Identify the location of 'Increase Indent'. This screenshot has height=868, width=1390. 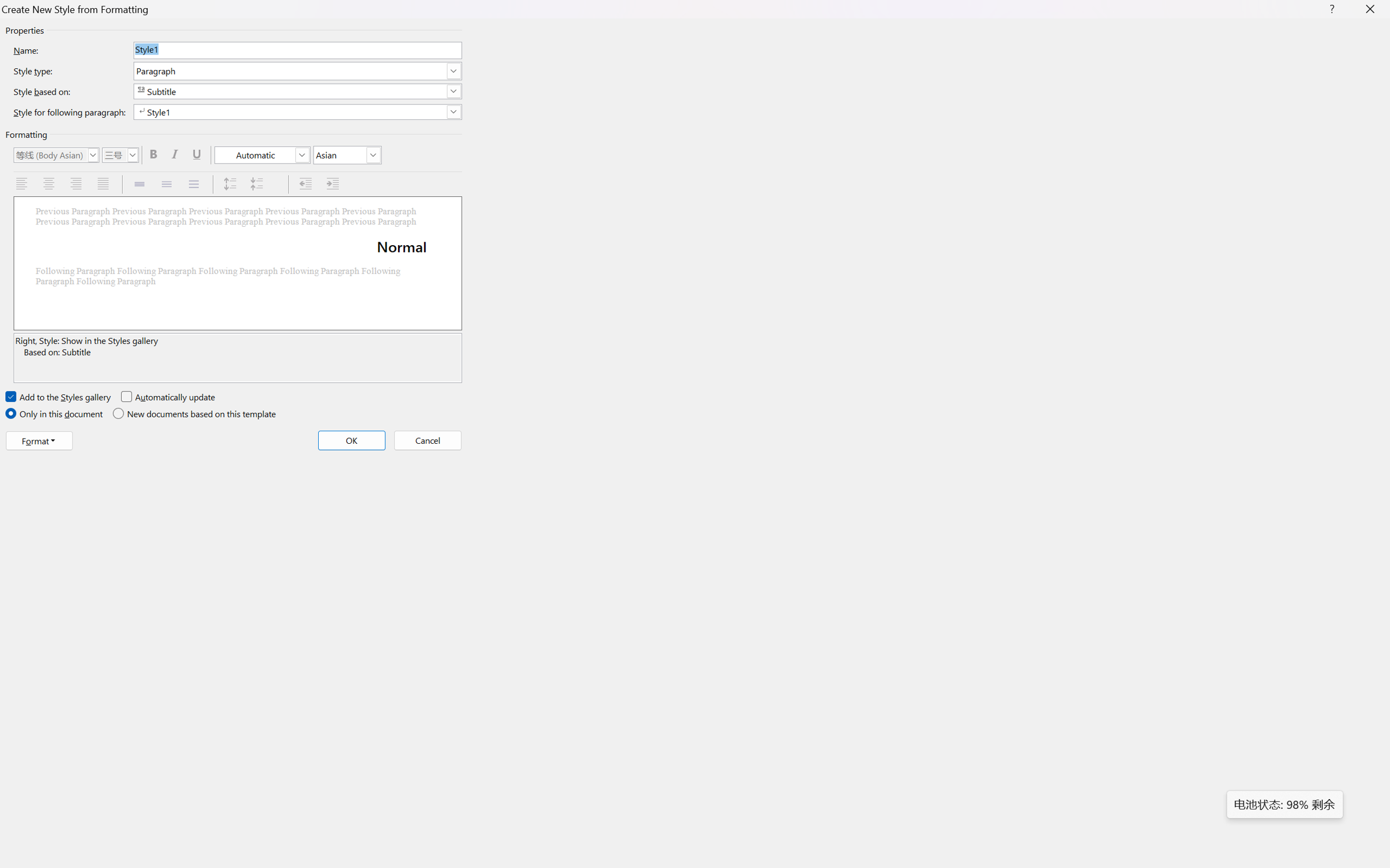
(334, 184).